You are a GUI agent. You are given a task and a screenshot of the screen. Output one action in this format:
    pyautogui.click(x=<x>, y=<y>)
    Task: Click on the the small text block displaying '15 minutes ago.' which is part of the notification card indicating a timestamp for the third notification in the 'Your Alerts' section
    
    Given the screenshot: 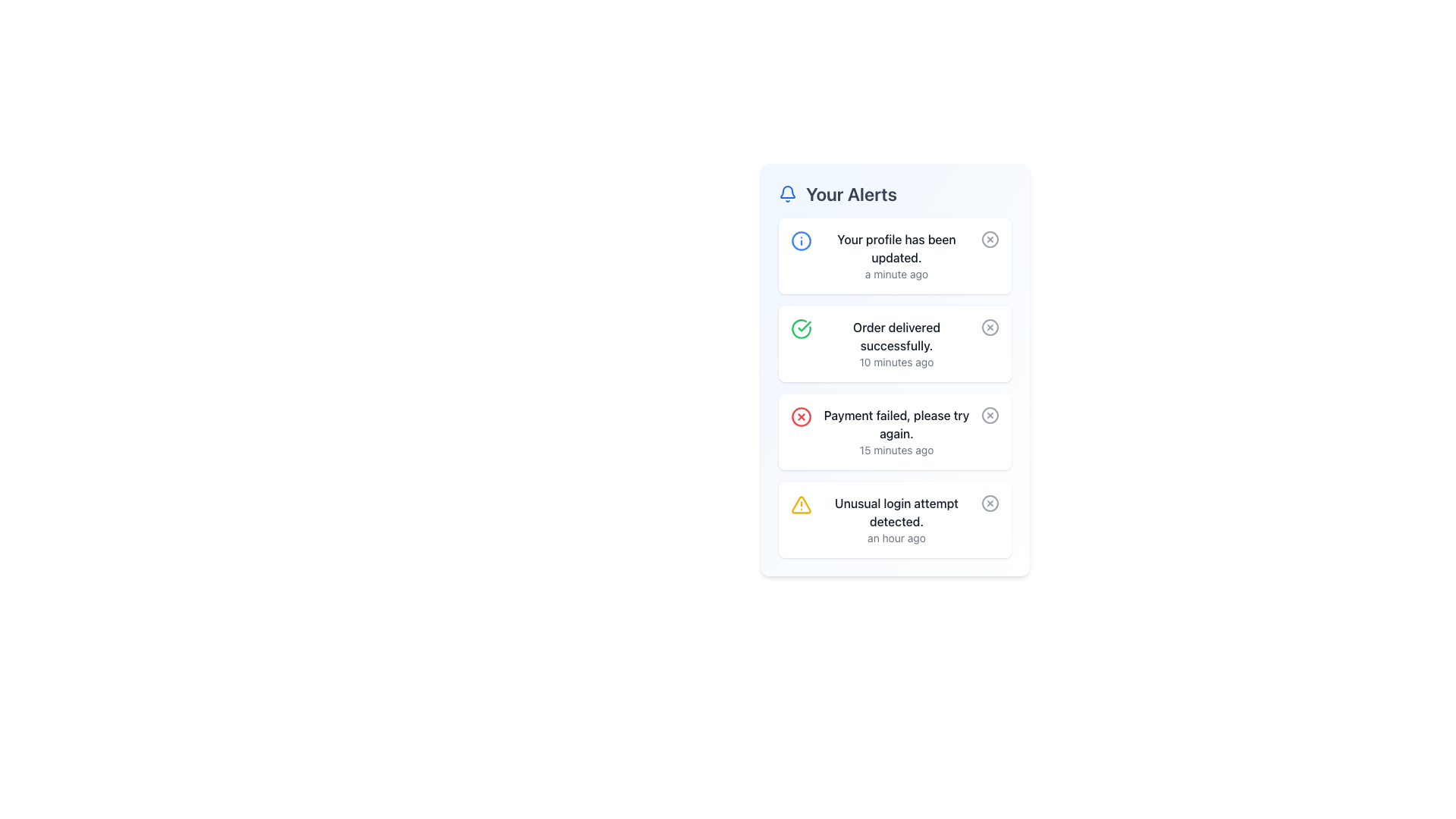 What is the action you would take?
    pyautogui.click(x=896, y=450)
    